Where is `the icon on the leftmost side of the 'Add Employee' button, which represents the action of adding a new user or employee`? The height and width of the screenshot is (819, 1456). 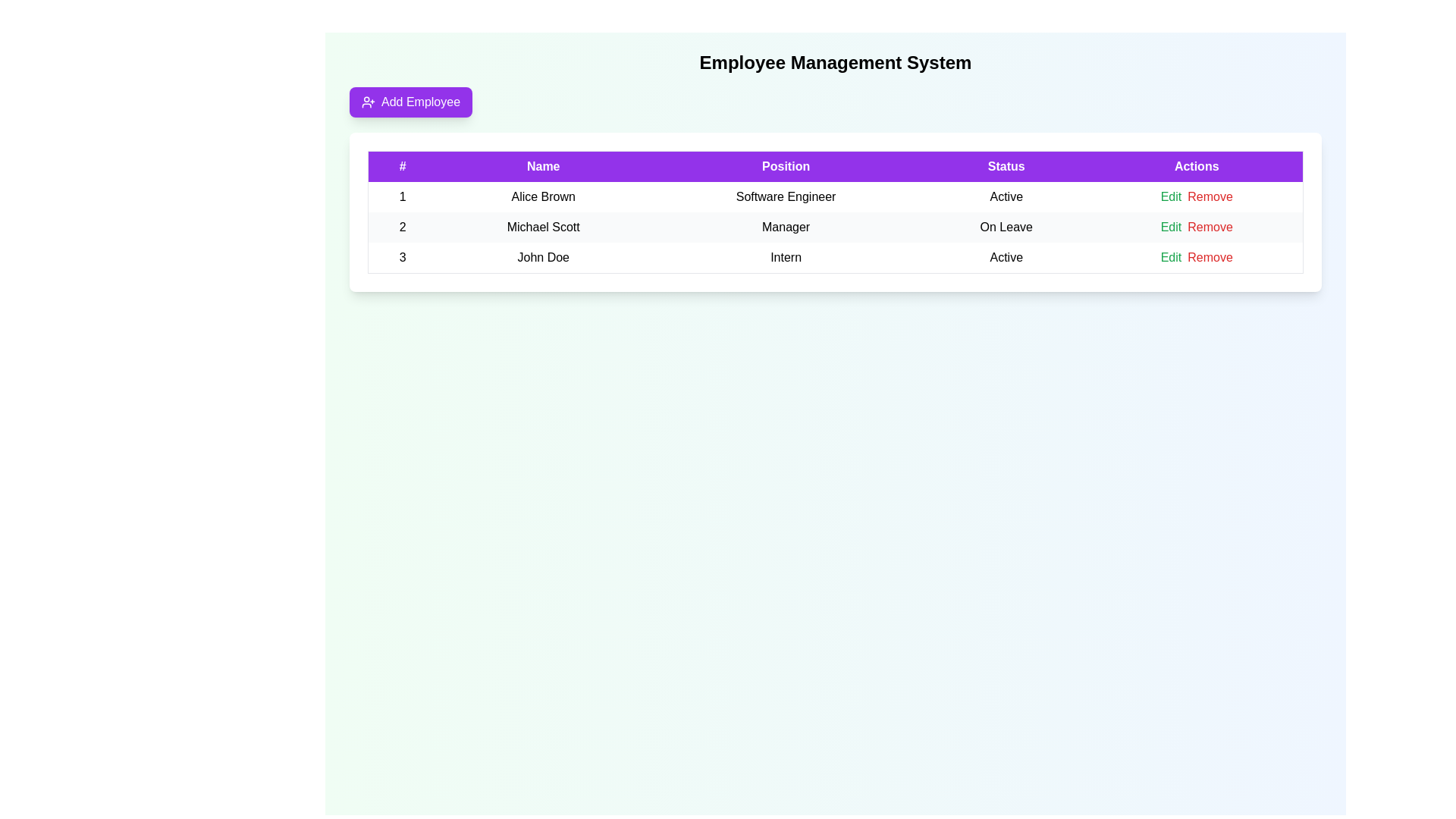
the icon on the leftmost side of the 'Add Employee' button, which represents the action of adding a new user or employee is located at coordinates (368, 102).